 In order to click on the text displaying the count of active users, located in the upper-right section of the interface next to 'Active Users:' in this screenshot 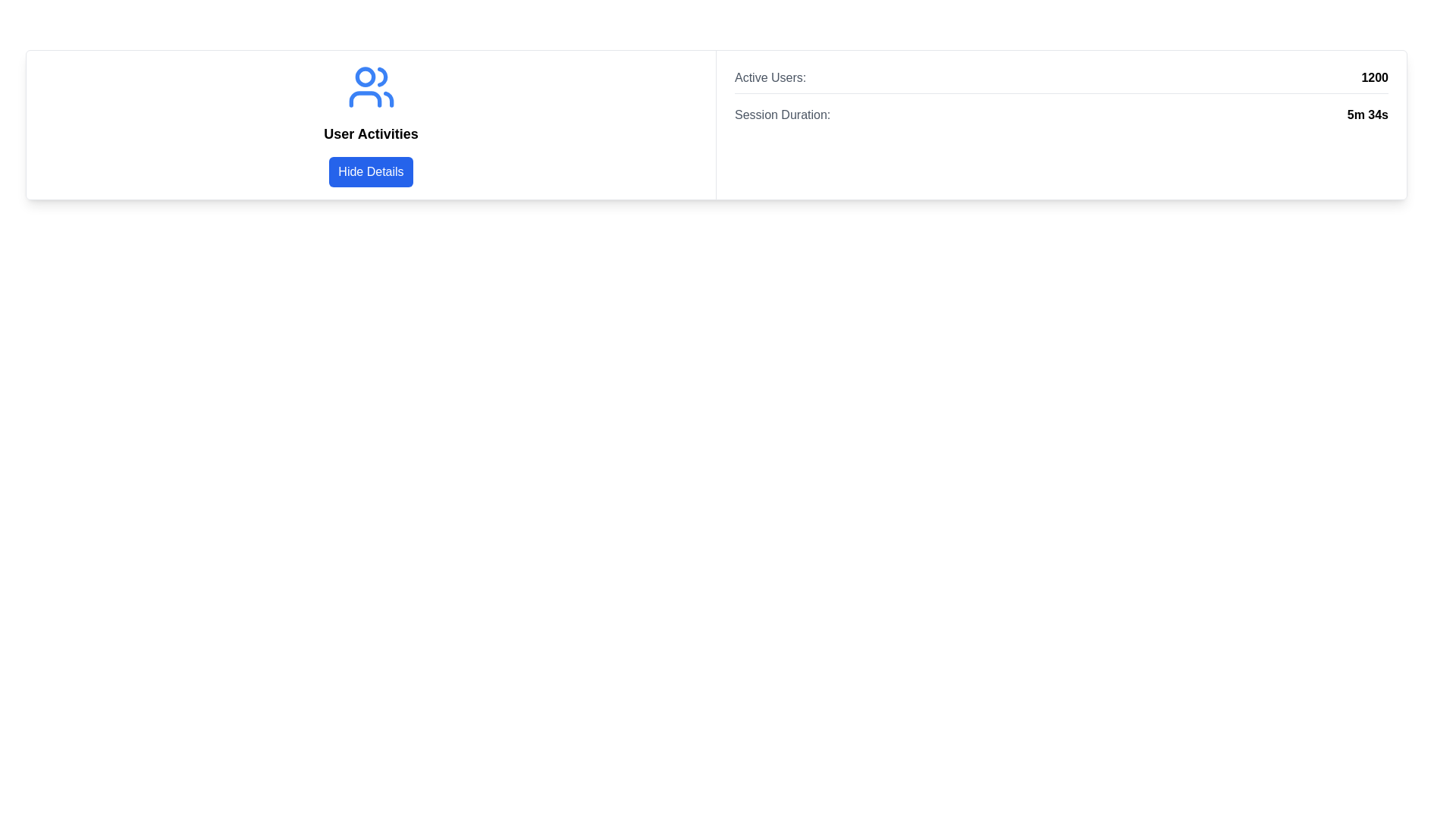, I will do `click(1375, 78)`.